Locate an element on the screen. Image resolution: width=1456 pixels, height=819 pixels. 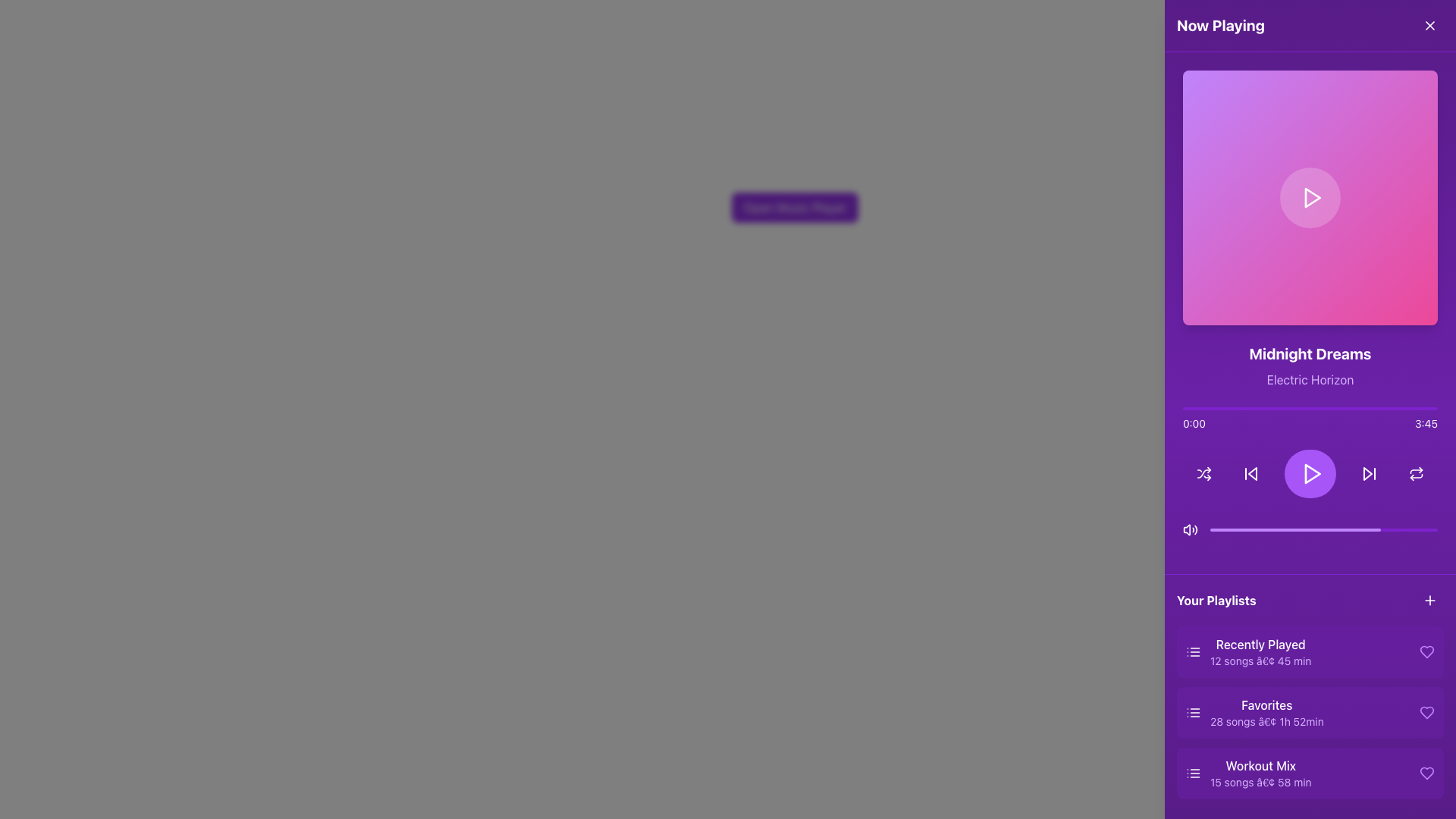
the playback progress is located at coordinates (1324, 529).